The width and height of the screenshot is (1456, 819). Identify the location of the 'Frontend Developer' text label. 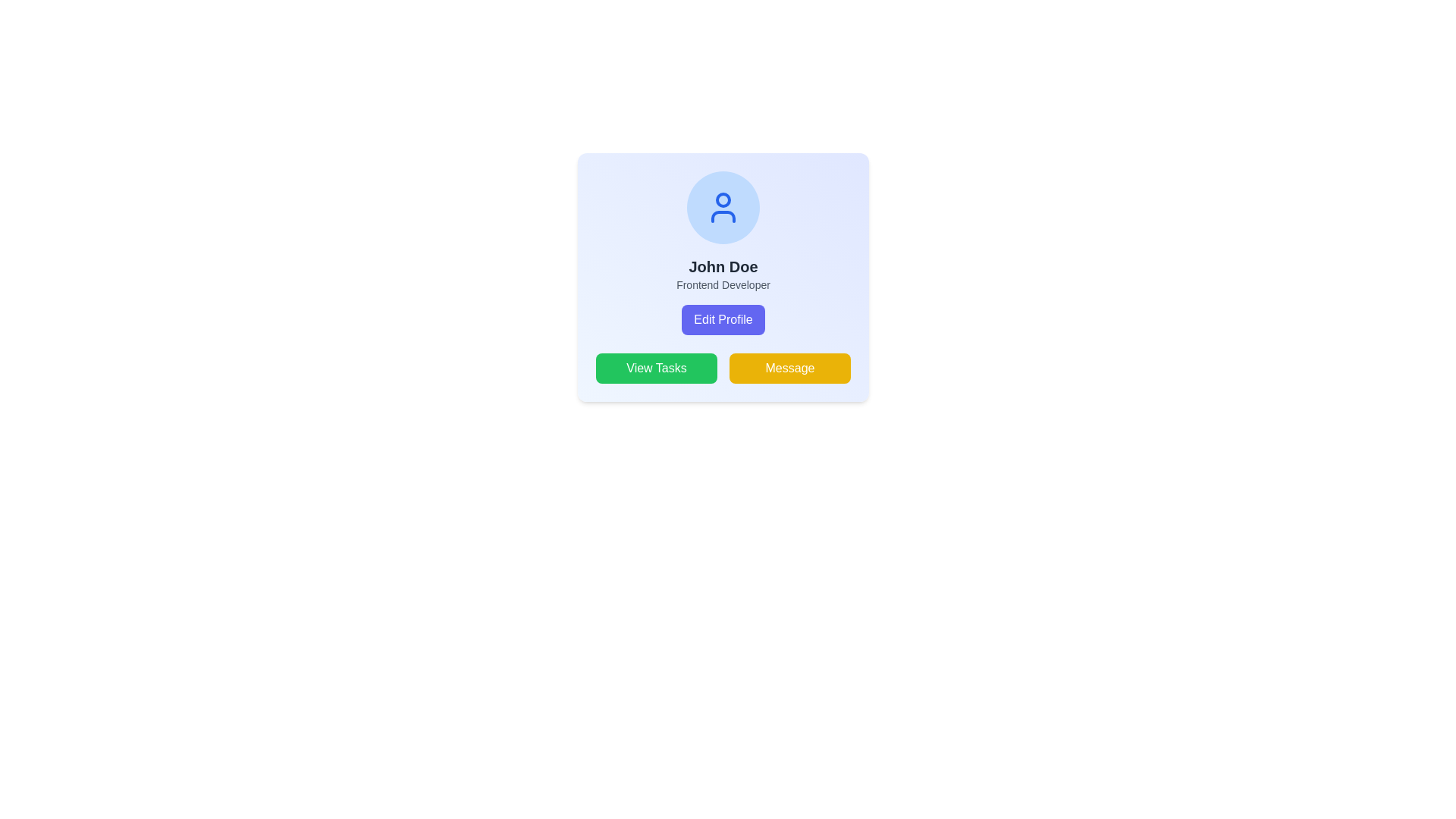
(723, 284).